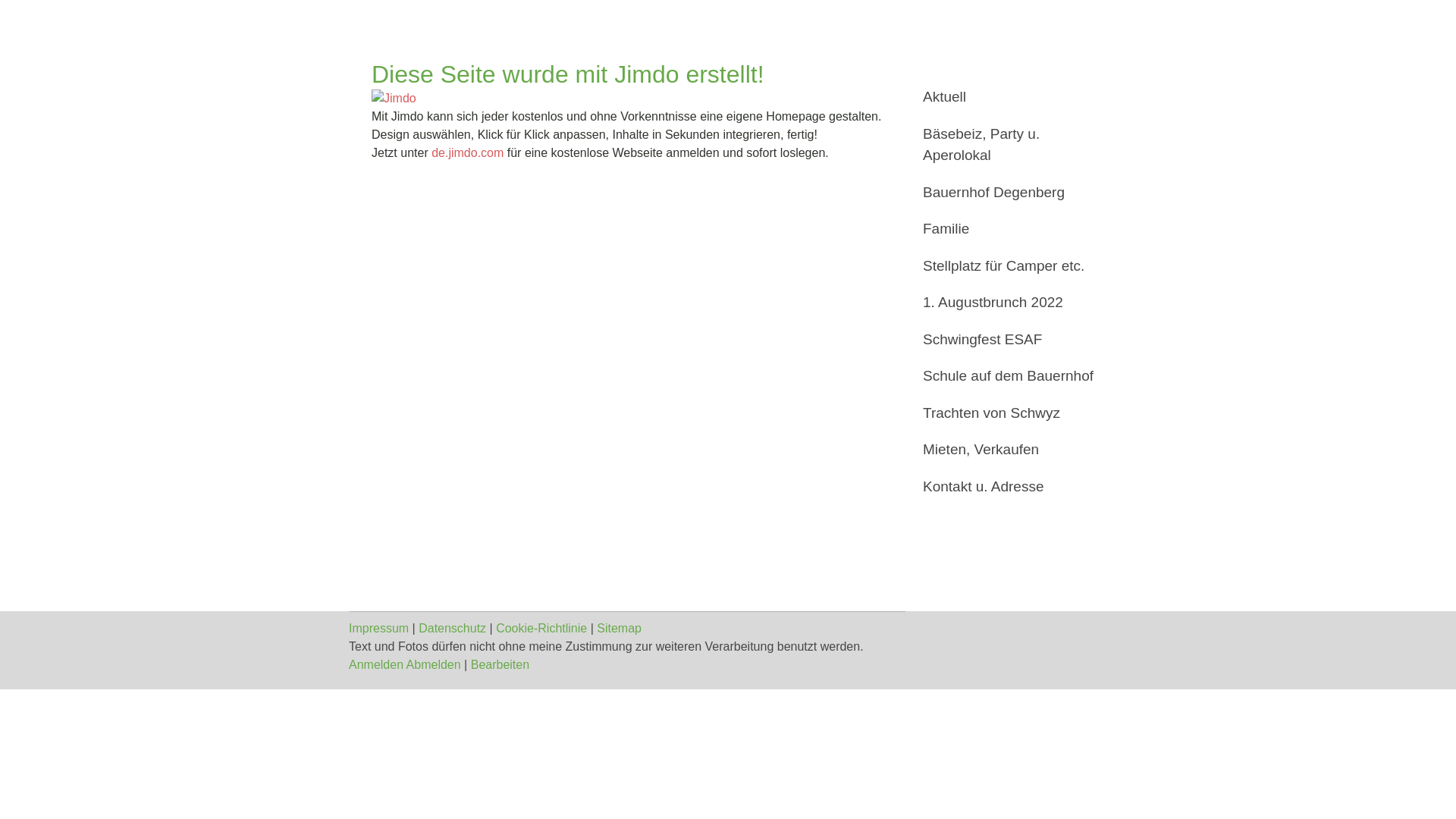 This screenshot has width=1456, height=819. What do you see at coordinates (431, 152) in the screenshot?
I see `'de.jimdo.com'` at bounding box center [431, 152].